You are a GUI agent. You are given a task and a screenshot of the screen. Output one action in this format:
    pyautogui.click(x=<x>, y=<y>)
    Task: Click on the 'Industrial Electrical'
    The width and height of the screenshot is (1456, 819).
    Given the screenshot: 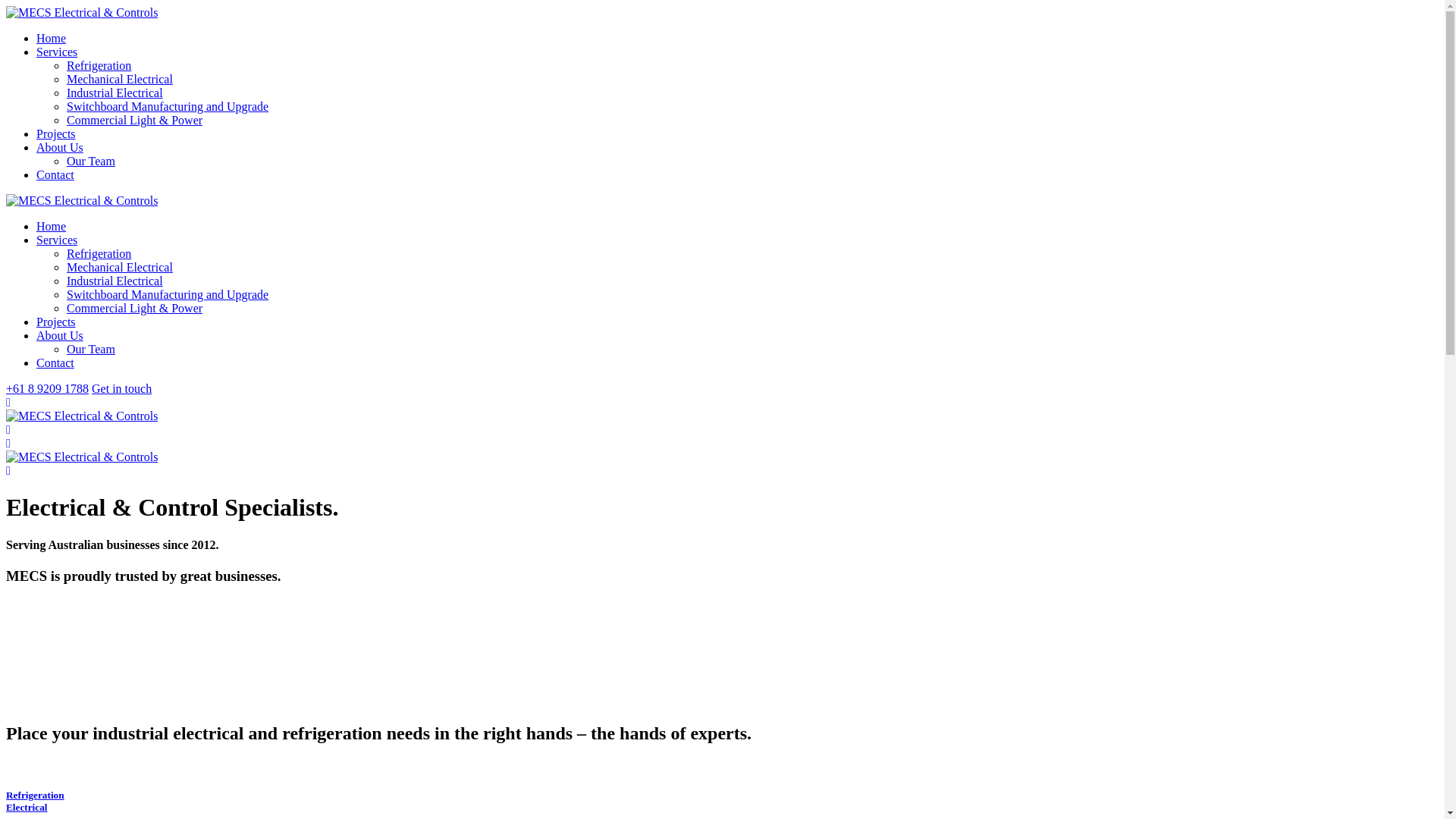 What is the action you would take?
    pyautogui.click(x=114, y=281)
    